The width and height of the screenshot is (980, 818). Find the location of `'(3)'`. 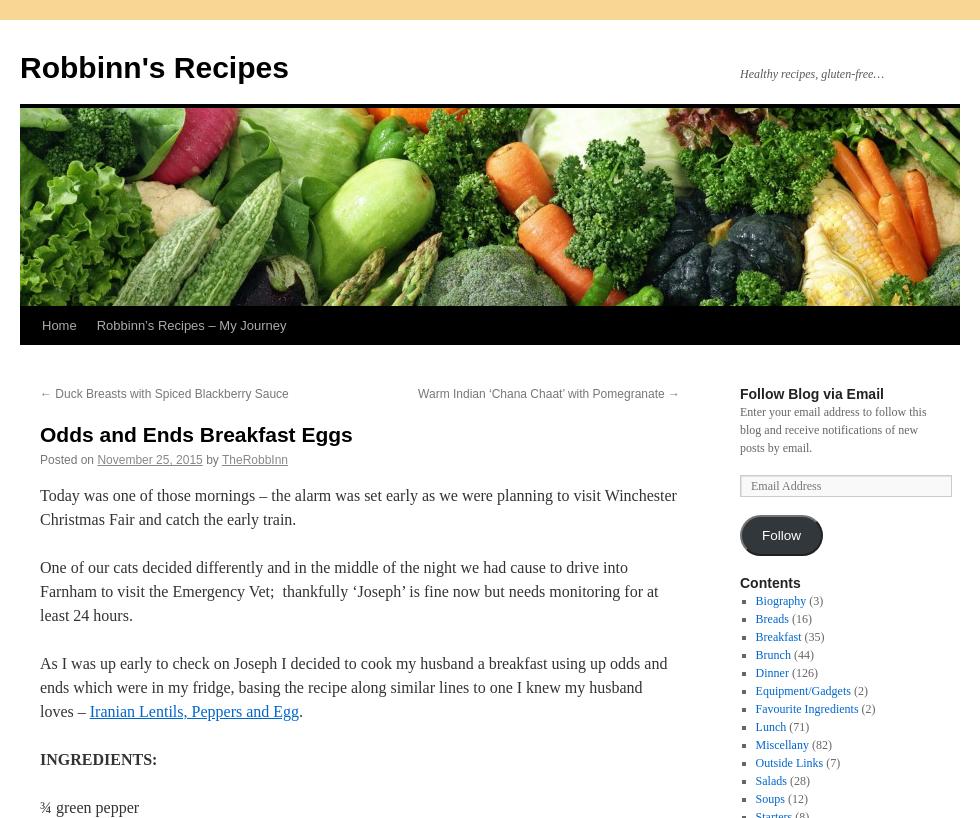

'(3)' is located at coordinates (814, 599).